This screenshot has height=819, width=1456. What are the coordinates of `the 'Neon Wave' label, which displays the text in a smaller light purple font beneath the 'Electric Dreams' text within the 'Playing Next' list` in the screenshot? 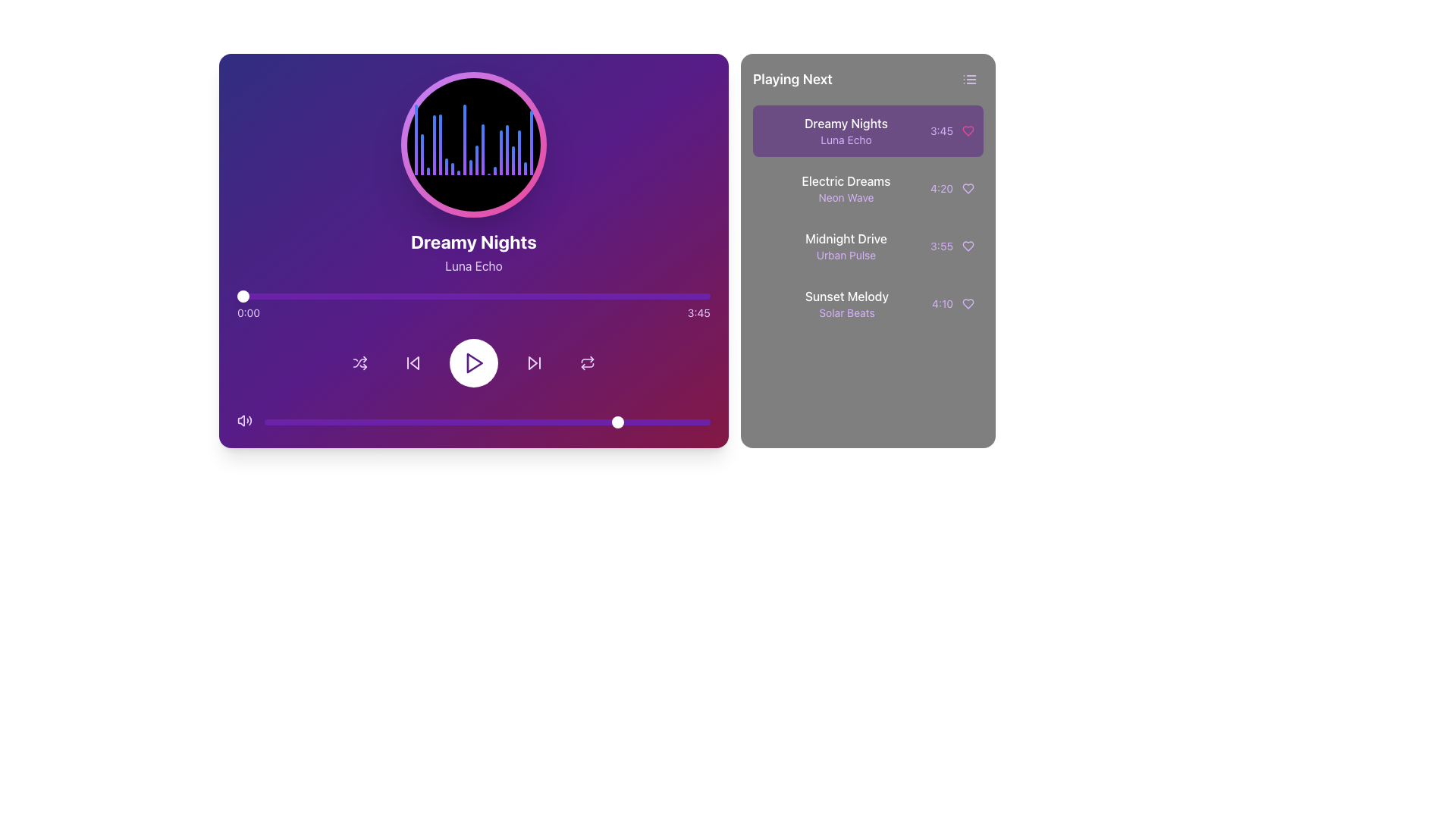 It's located at (846, 197).